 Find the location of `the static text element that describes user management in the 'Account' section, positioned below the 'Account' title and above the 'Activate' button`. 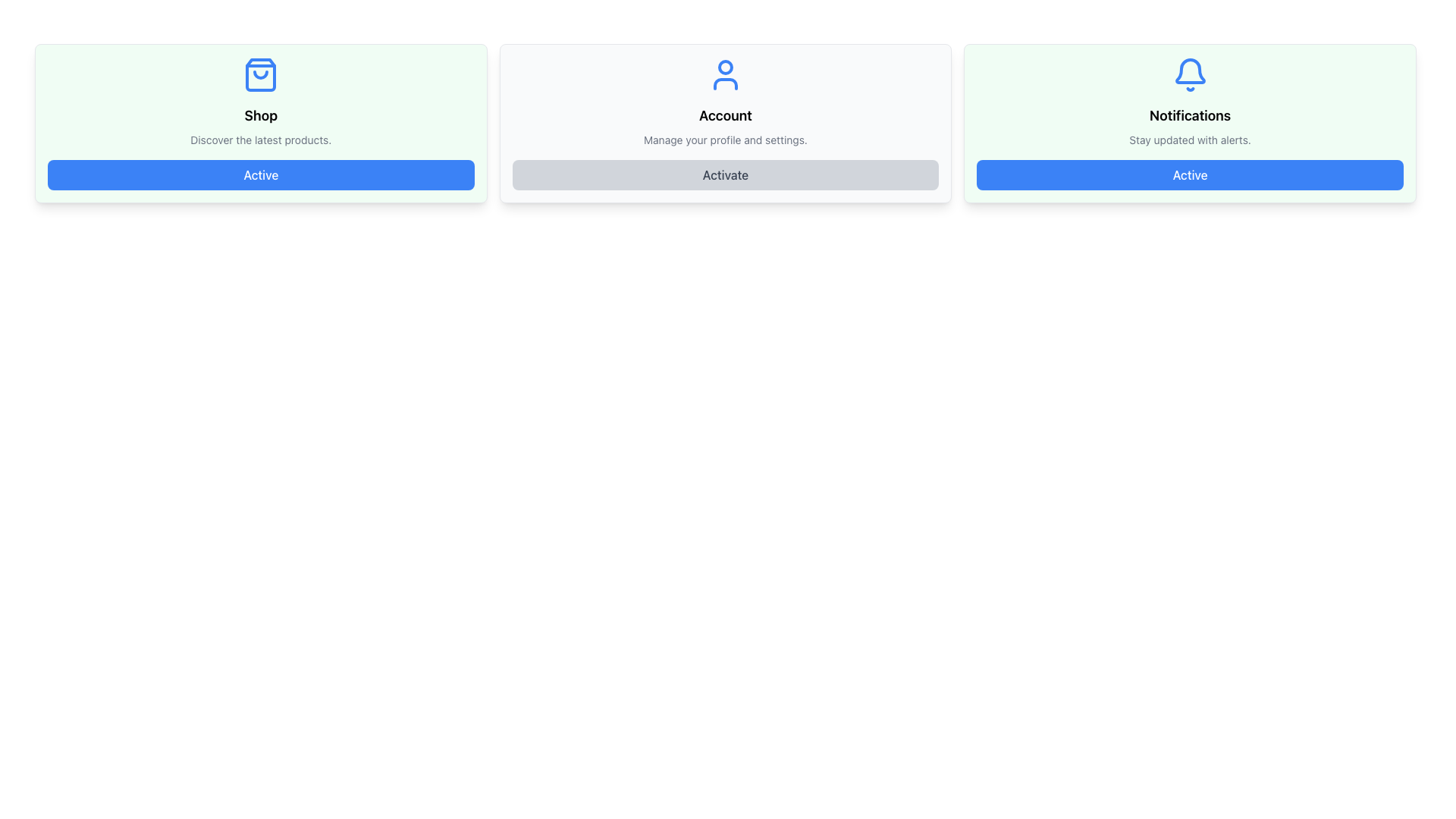

the static text element that describes user management in the 'Account' section, positioned below the 'Account' title and above the 'Activate' button is located at coordinates (724, 140).